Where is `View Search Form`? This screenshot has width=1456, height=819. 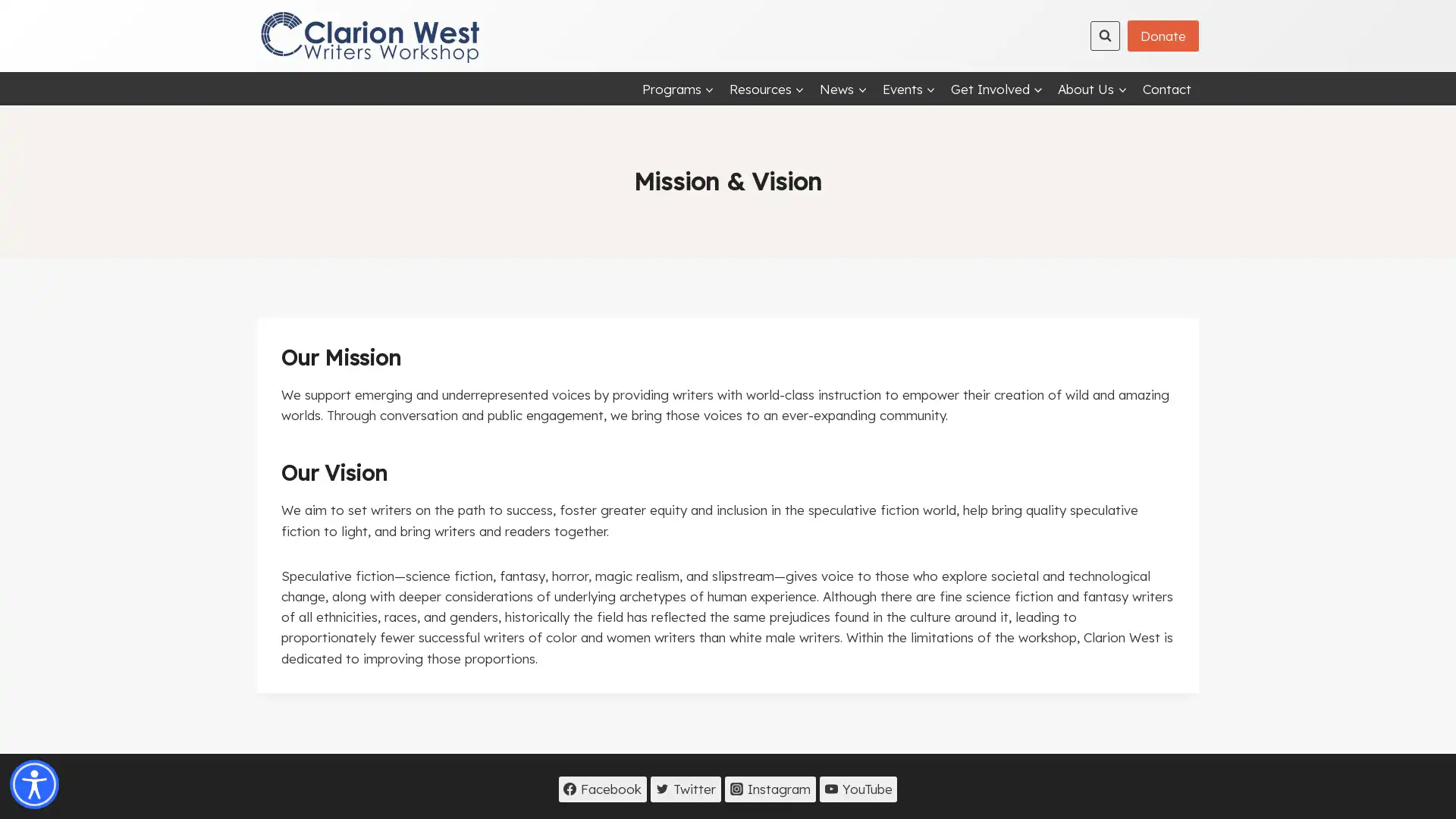
View Search Form is located at coordinates (1105, 34).